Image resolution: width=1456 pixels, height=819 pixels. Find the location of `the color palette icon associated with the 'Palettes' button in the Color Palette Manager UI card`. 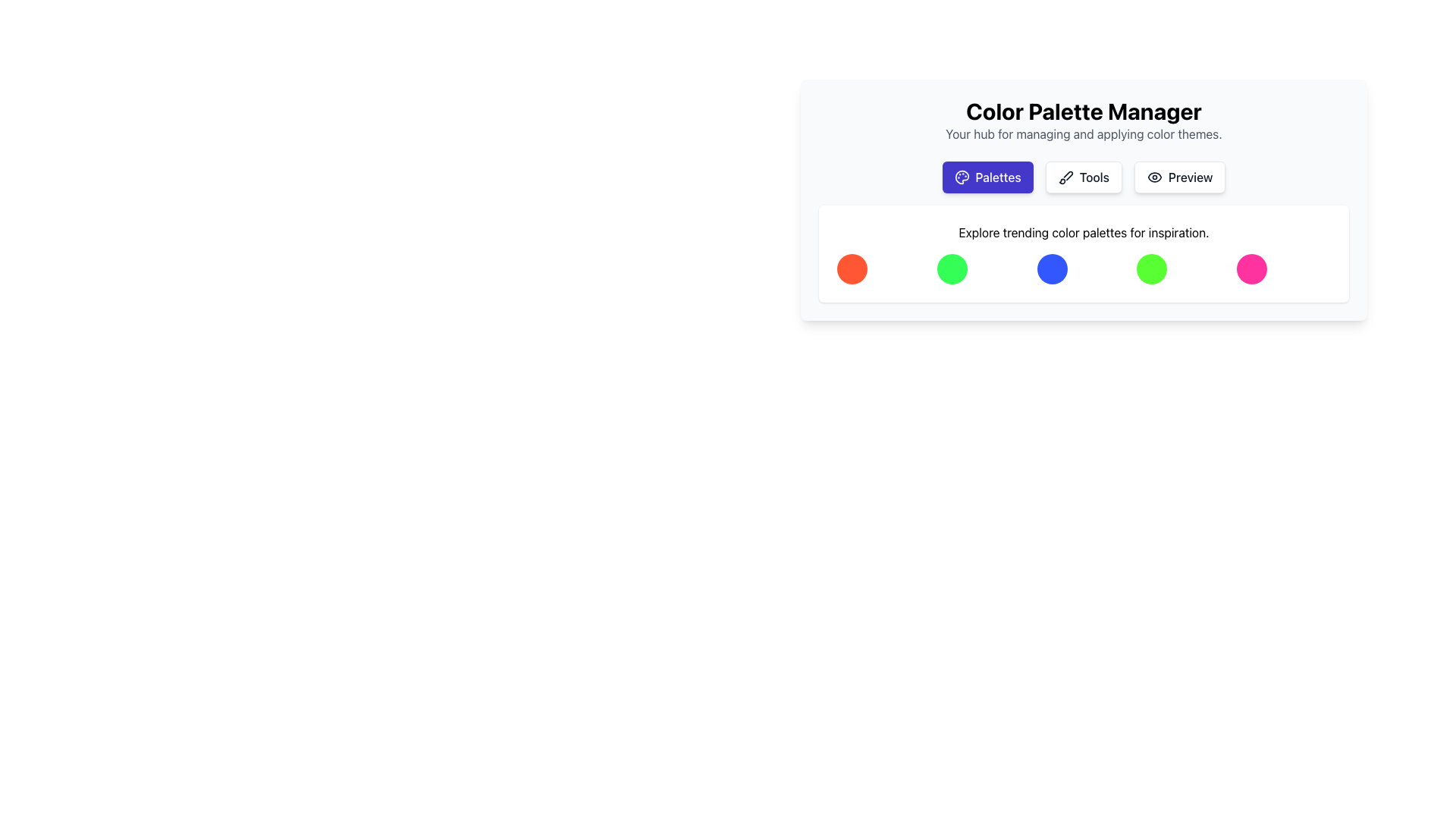

the color palette icon associated with the 'Palettes' button in the Color Palette Manager UI card is located at coordinates (961, 177).